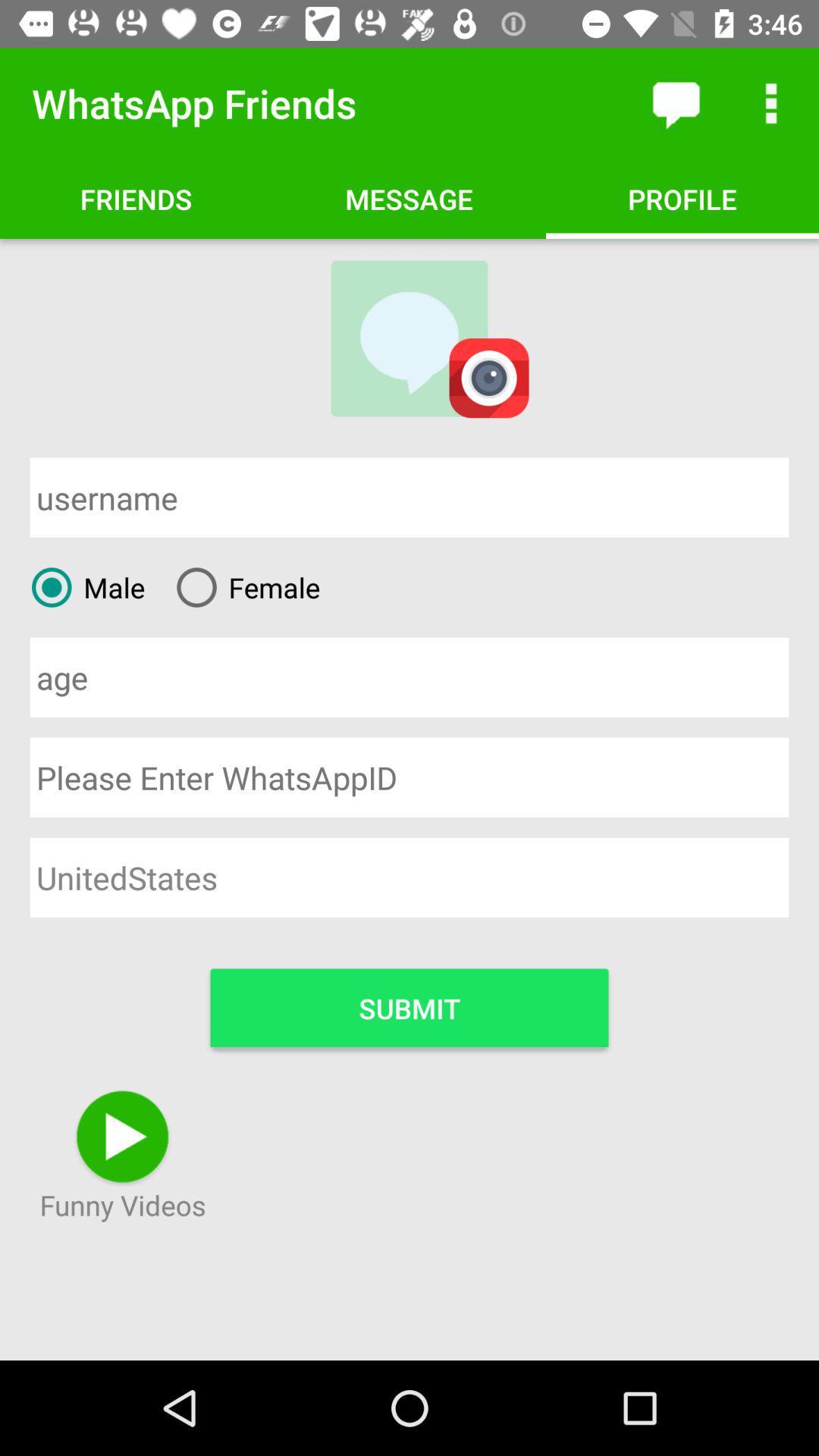  Describe the element at coordinates (409, 676) in the screenshot. I see `type age` at that location.